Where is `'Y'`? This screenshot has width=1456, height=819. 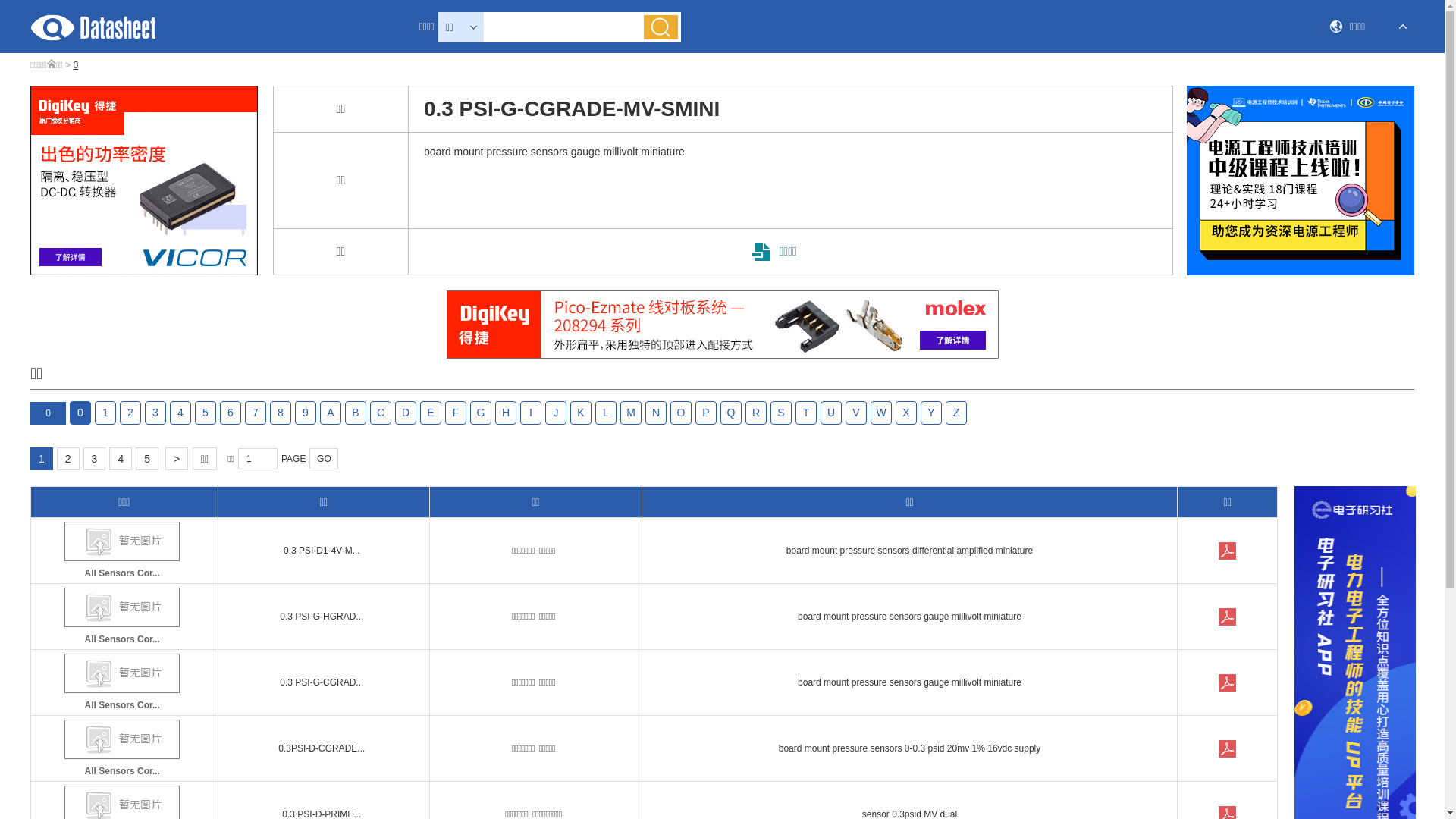
'Y' is located at coordinates (930, 413).